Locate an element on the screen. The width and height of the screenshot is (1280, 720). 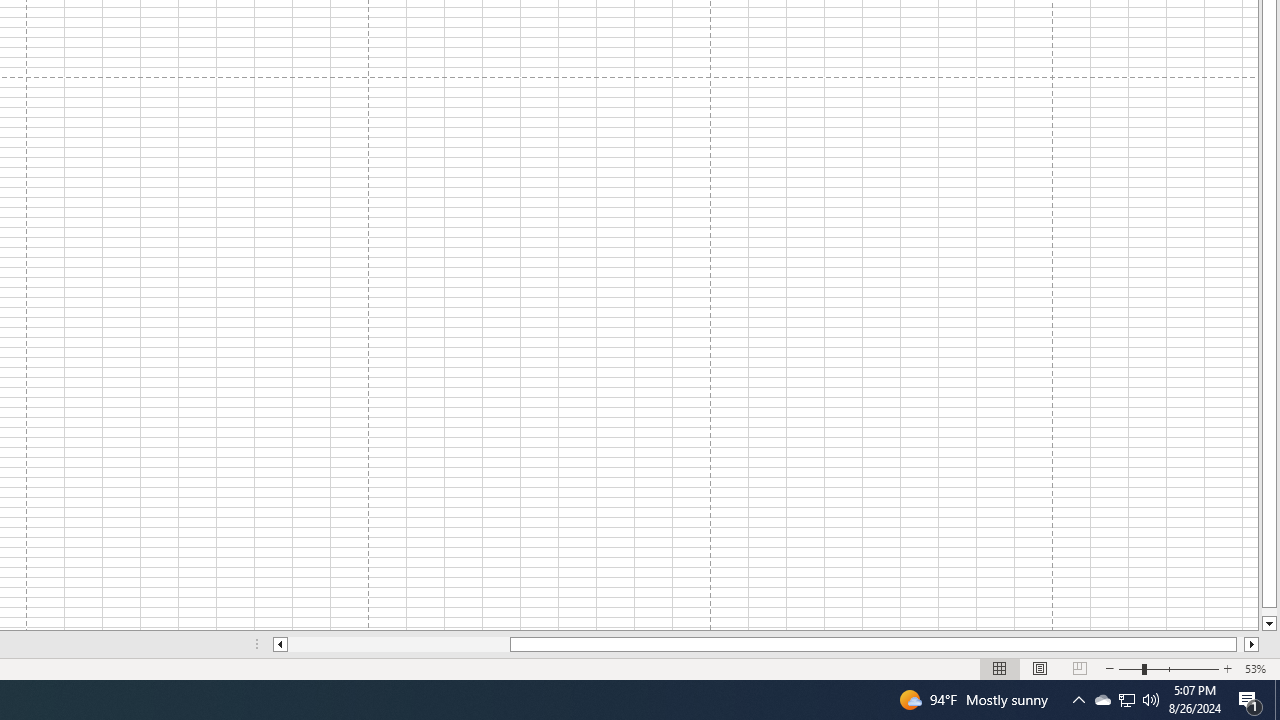
'Line down' is located at coordinates (1268, 623).